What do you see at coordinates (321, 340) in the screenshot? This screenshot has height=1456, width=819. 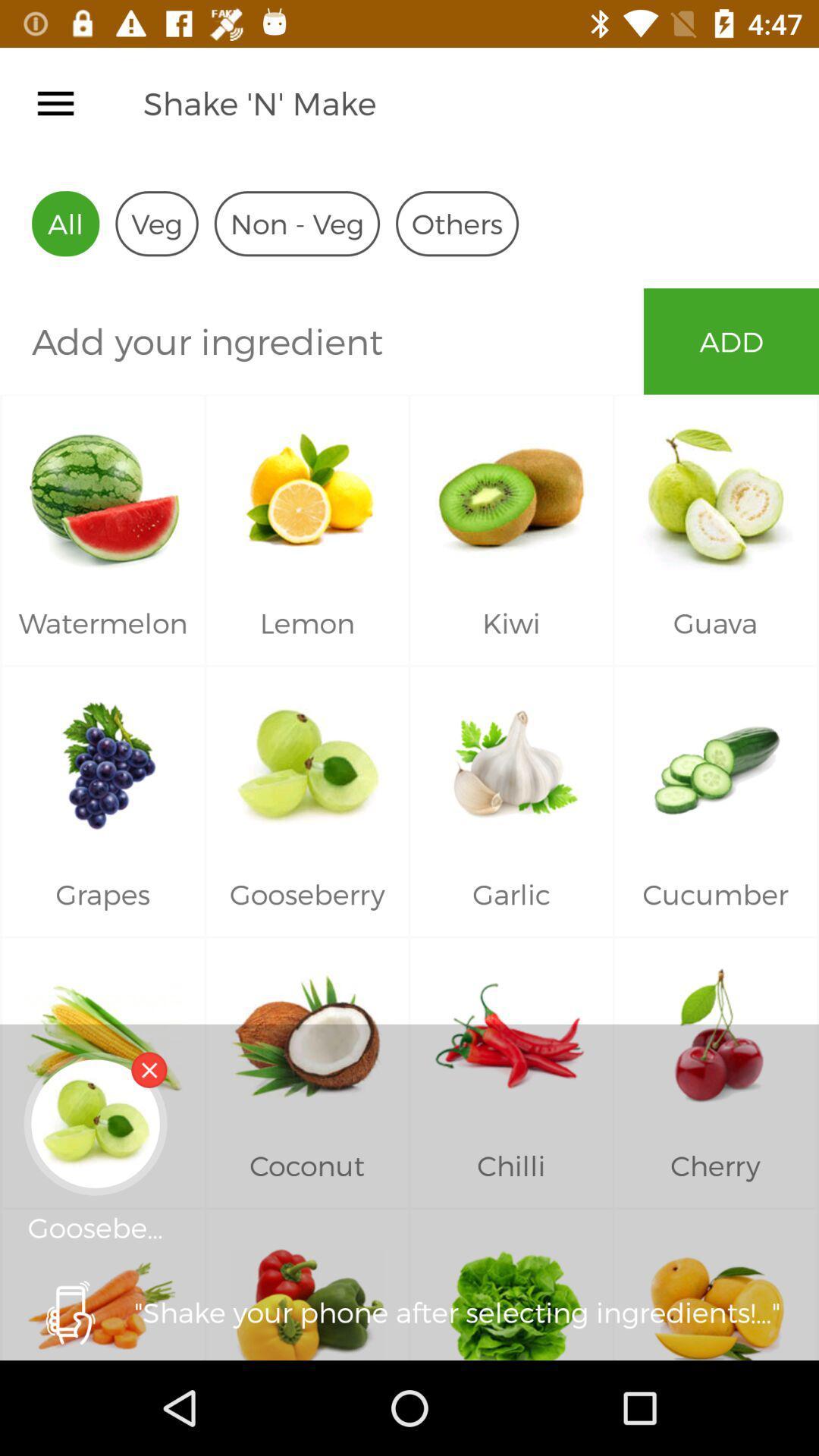 I see `the item to the left of add item` at bounding box center [321, 340].